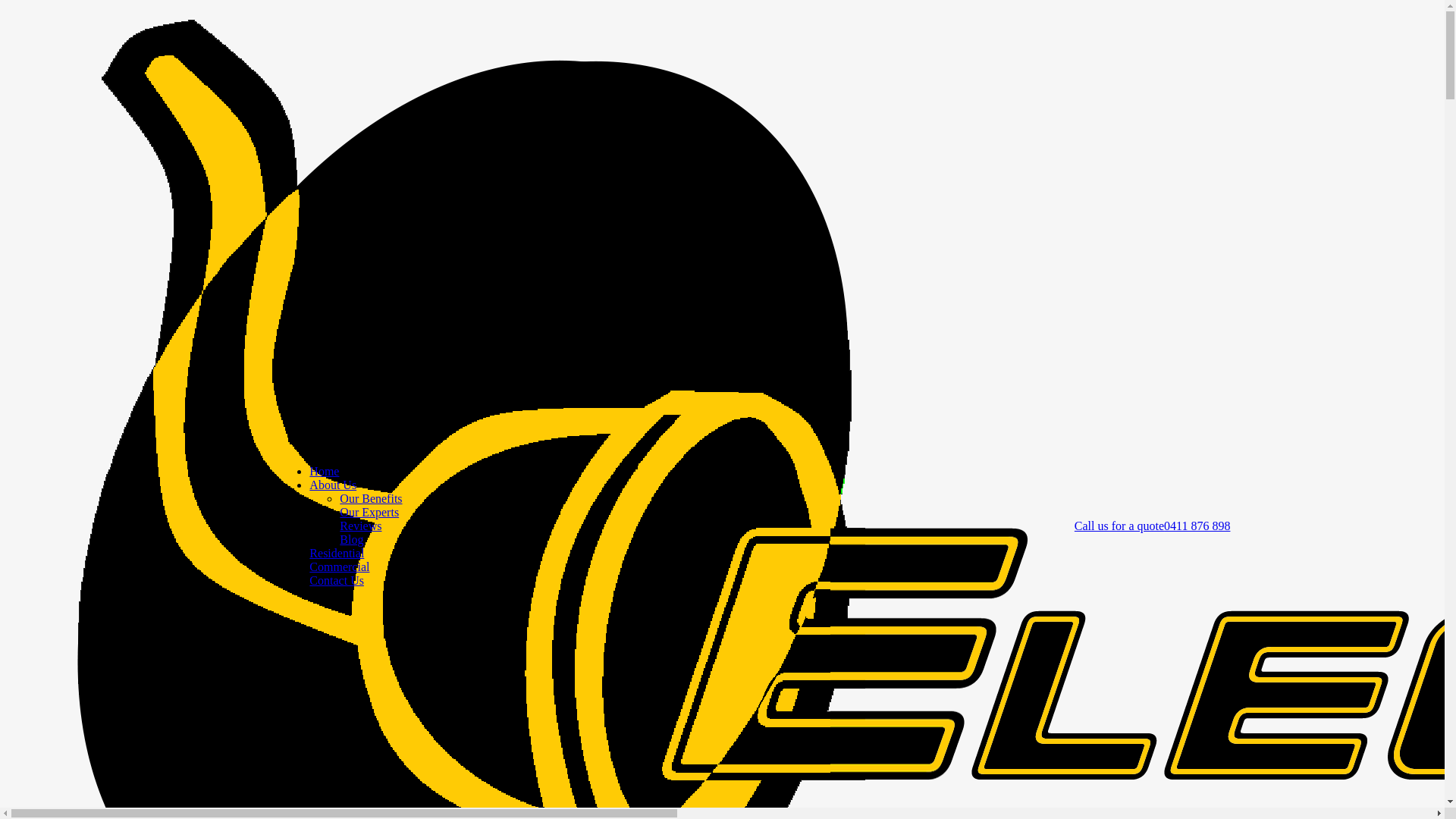 The height and width of the screenshot is (819, 1456). I want to click on 'Residential', so click(336, 553).